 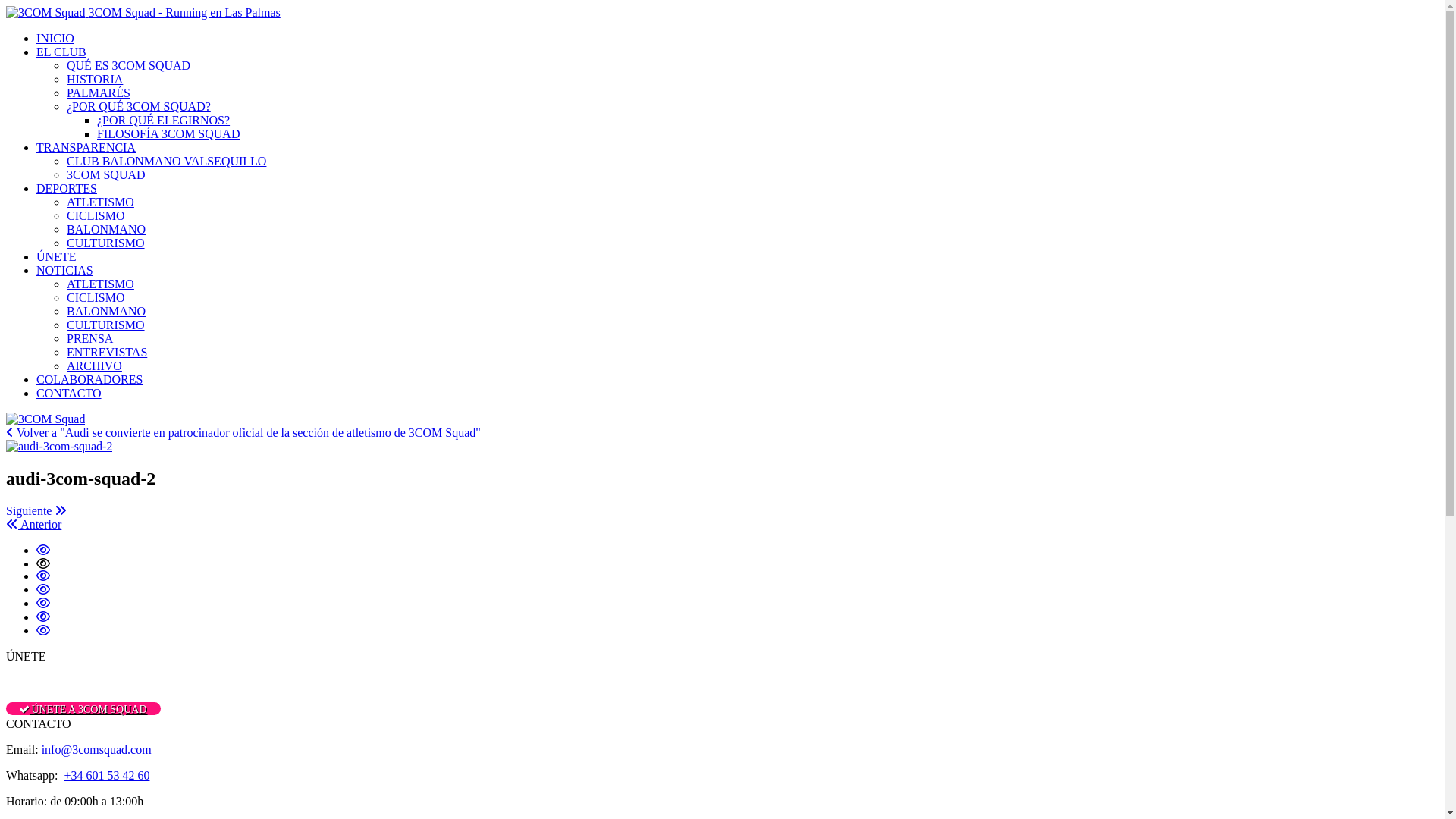 I want to click on 'Siguiente', so click(x=36, y=510).